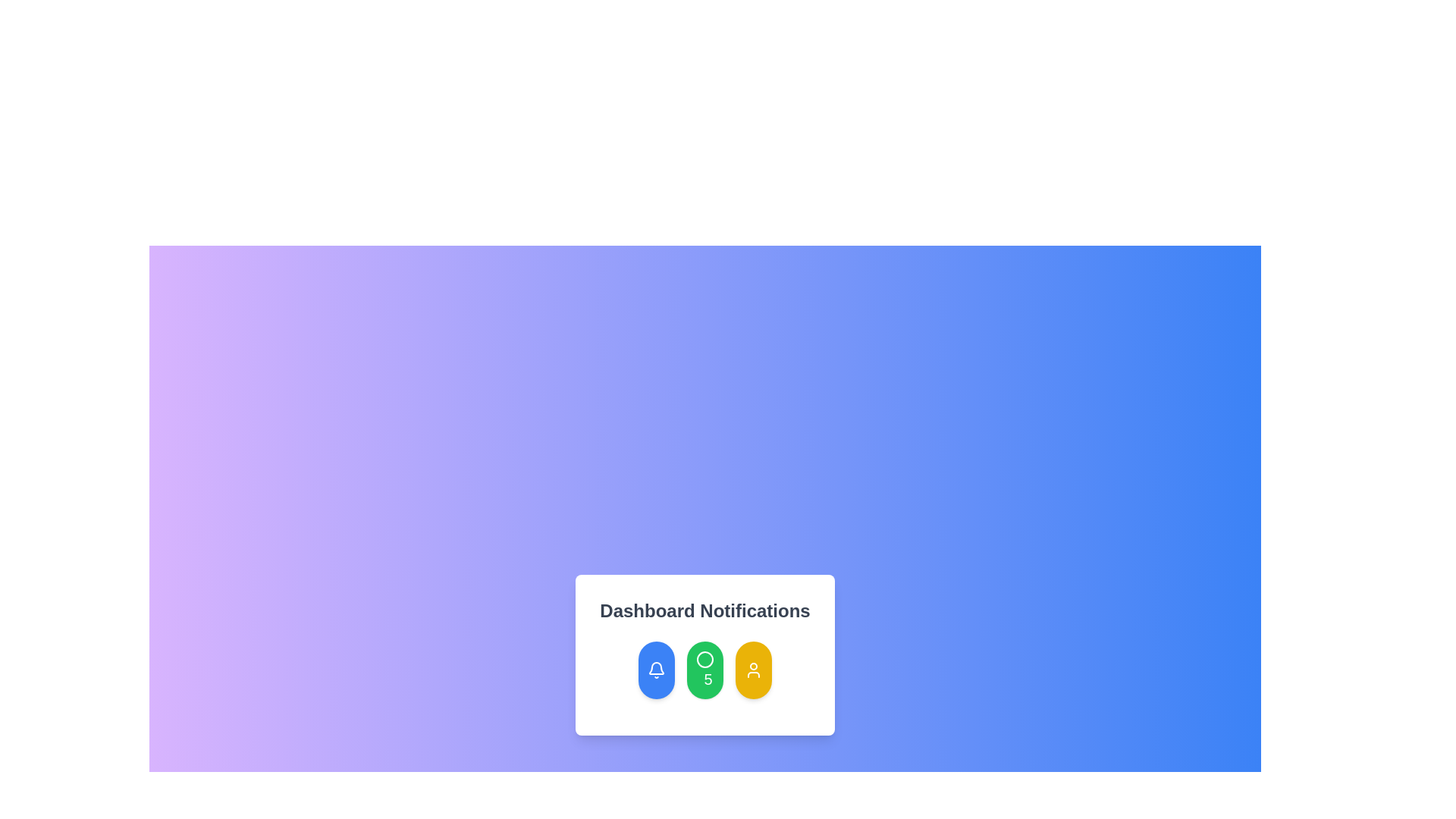  Describe the element at coordinates (707, 678) in the screenshot. I see `bold numerical text '5' which is styled in a large font and located in the center of a circular green background, positioned under the 'Dashboard Notifications' label as the middle item among three circular elements` at that location.